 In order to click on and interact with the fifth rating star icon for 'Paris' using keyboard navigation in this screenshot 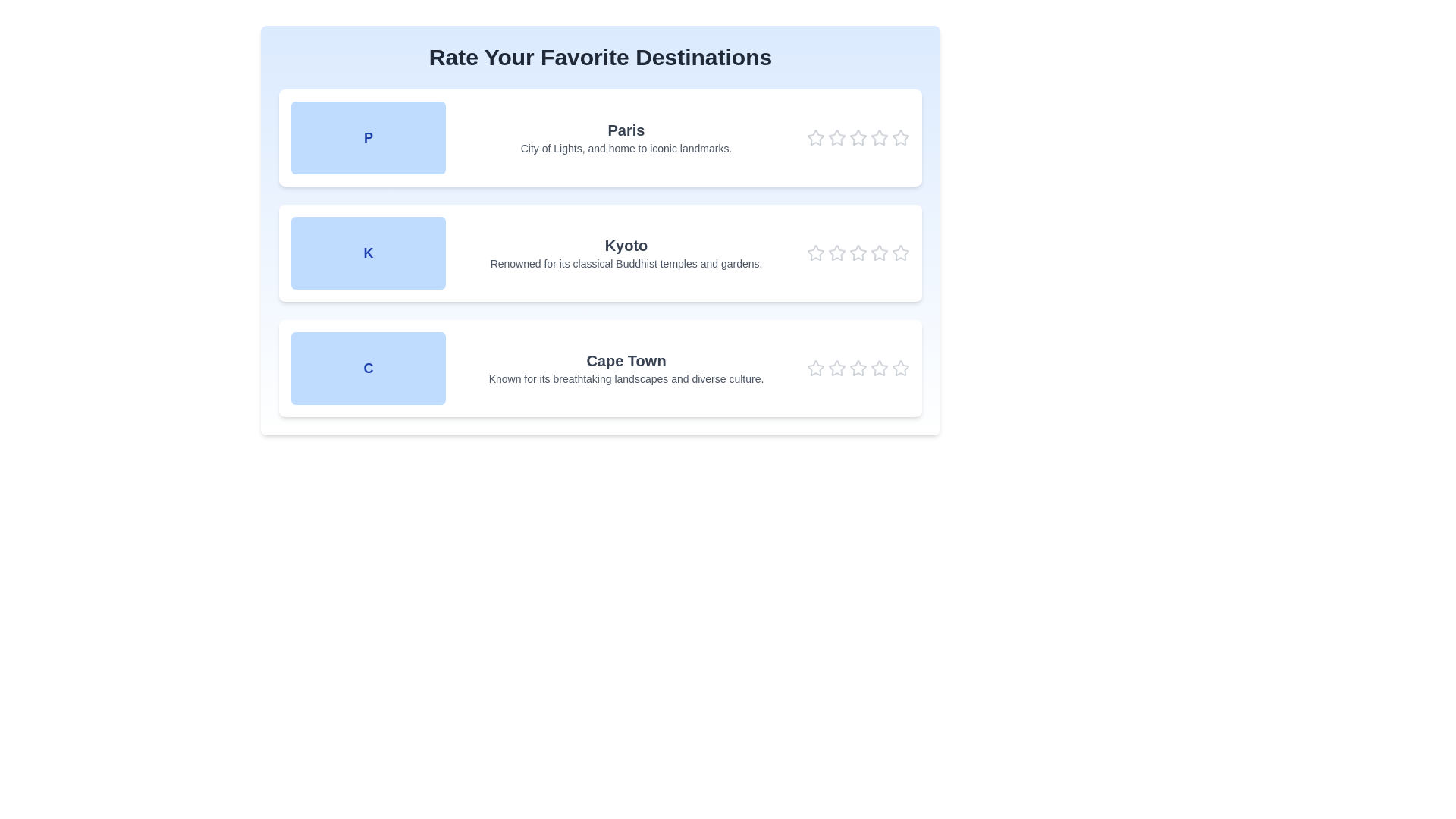, I will do `click(901, 137)`.